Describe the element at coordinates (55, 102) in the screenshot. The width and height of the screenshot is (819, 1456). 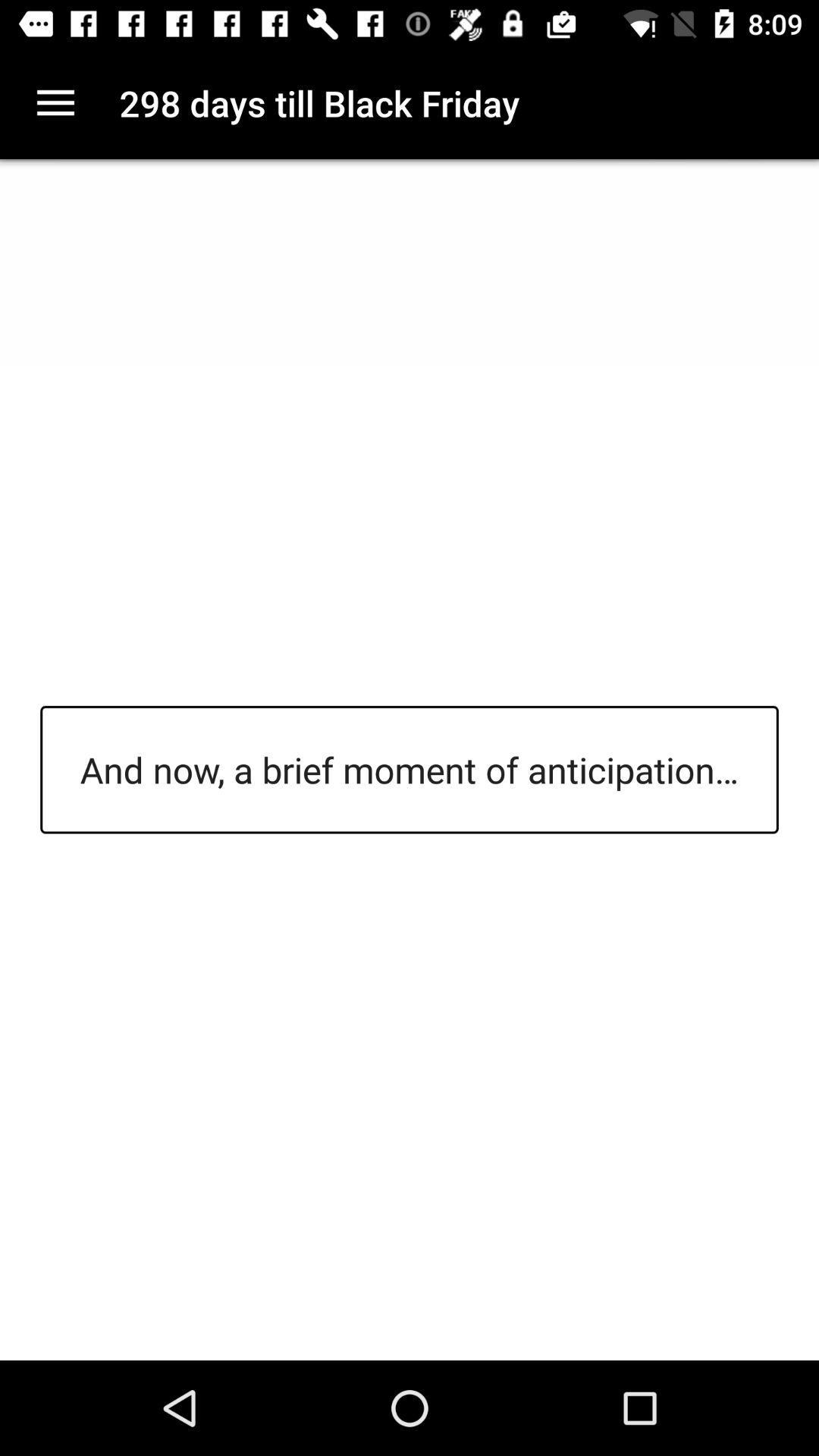
I see `item next to the 298 days till icon` at that location.